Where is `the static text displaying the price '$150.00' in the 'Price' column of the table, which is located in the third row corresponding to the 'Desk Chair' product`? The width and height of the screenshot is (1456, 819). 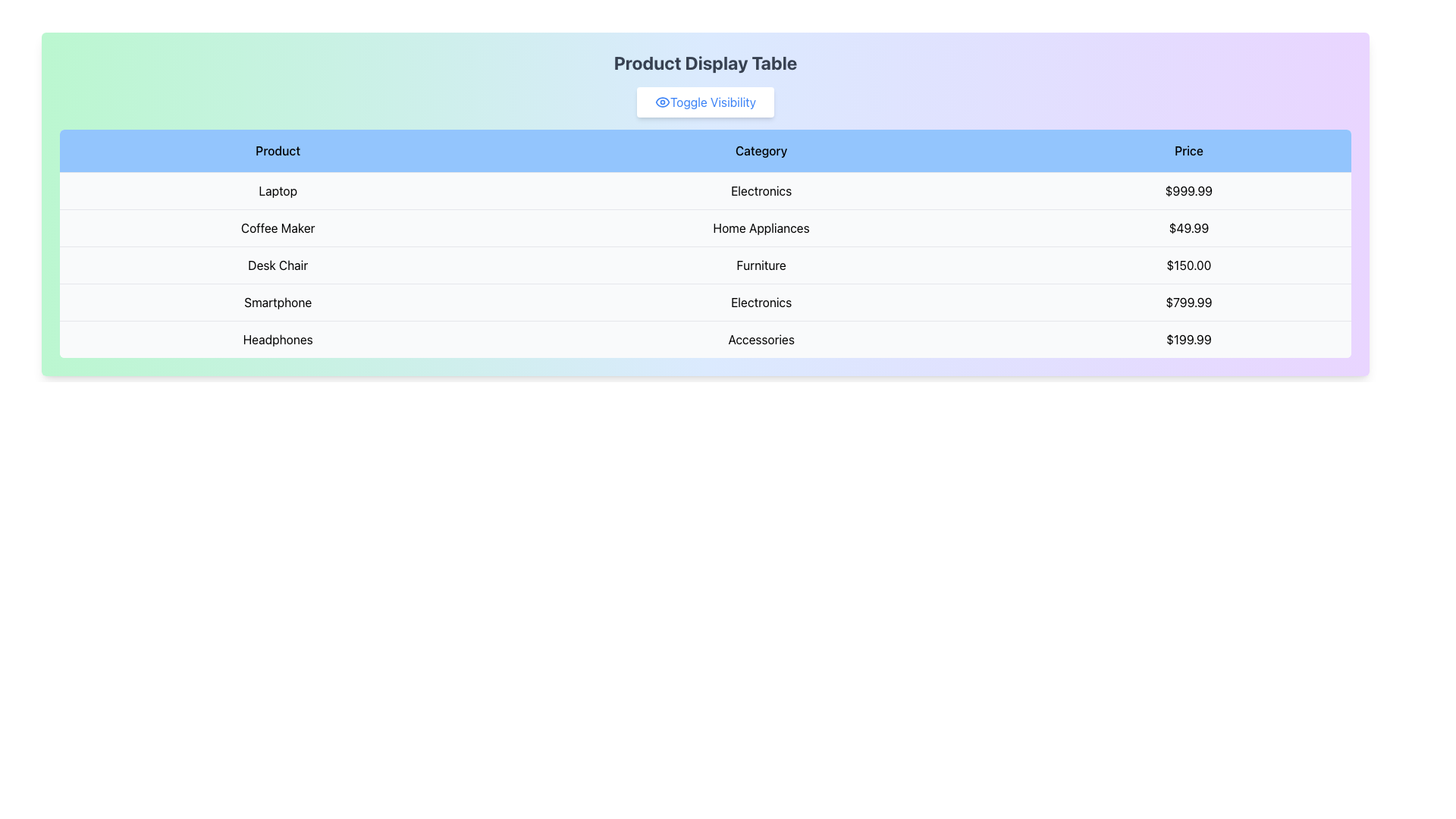
the static text displaying the price '$150.00' in the 'Price' column of the table, which is located in the third row corresponding to the 'Desk Chair' product is located at coordinates (1188, 265).